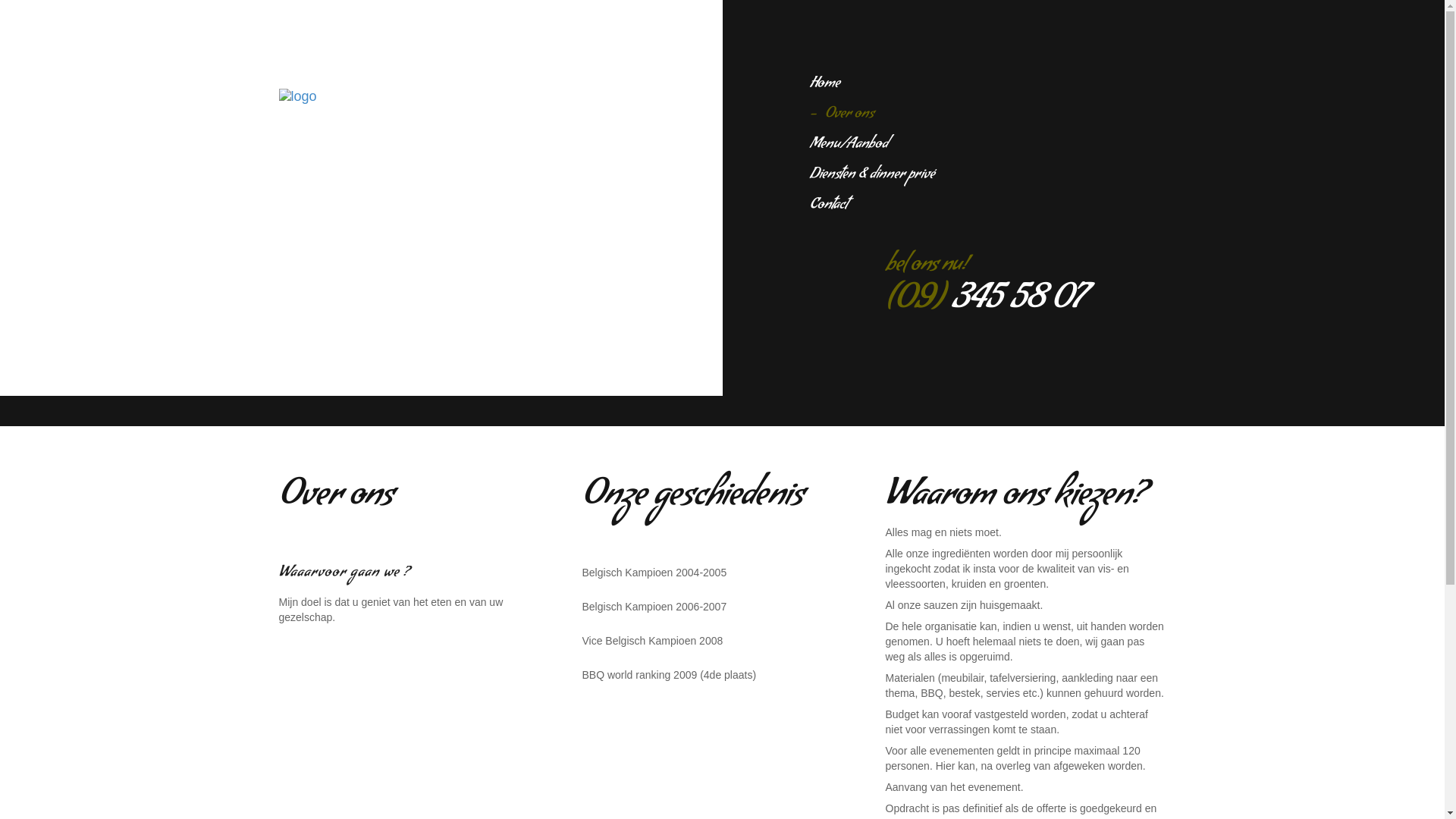  Describe the element at coordinates (848, 145) in the screenshot. I see `'Menu/Aanbod'` at that location.